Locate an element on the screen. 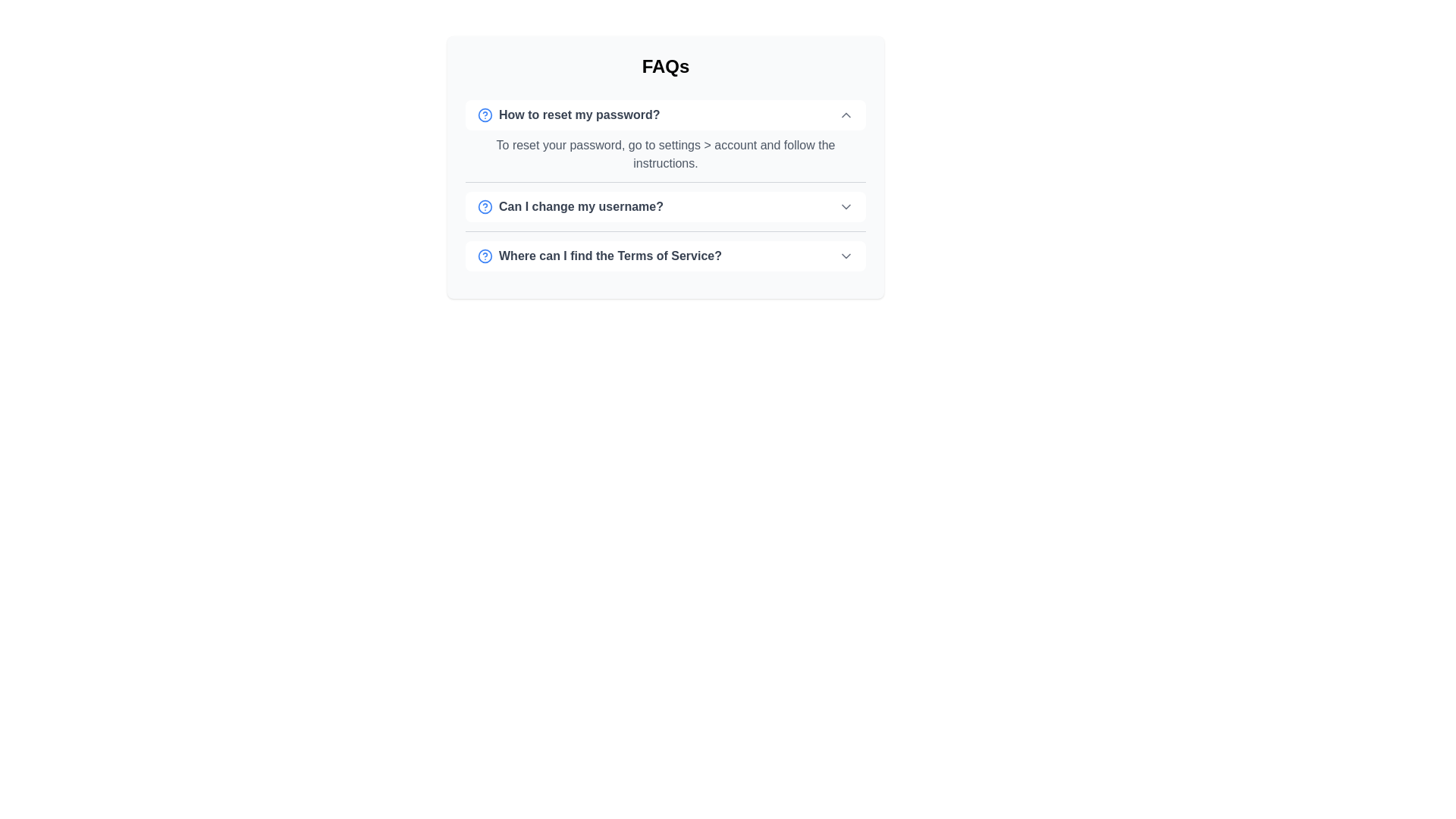  the third interactive Collapsible Question Item in the FAQ list is located at coordinates (666, 255).